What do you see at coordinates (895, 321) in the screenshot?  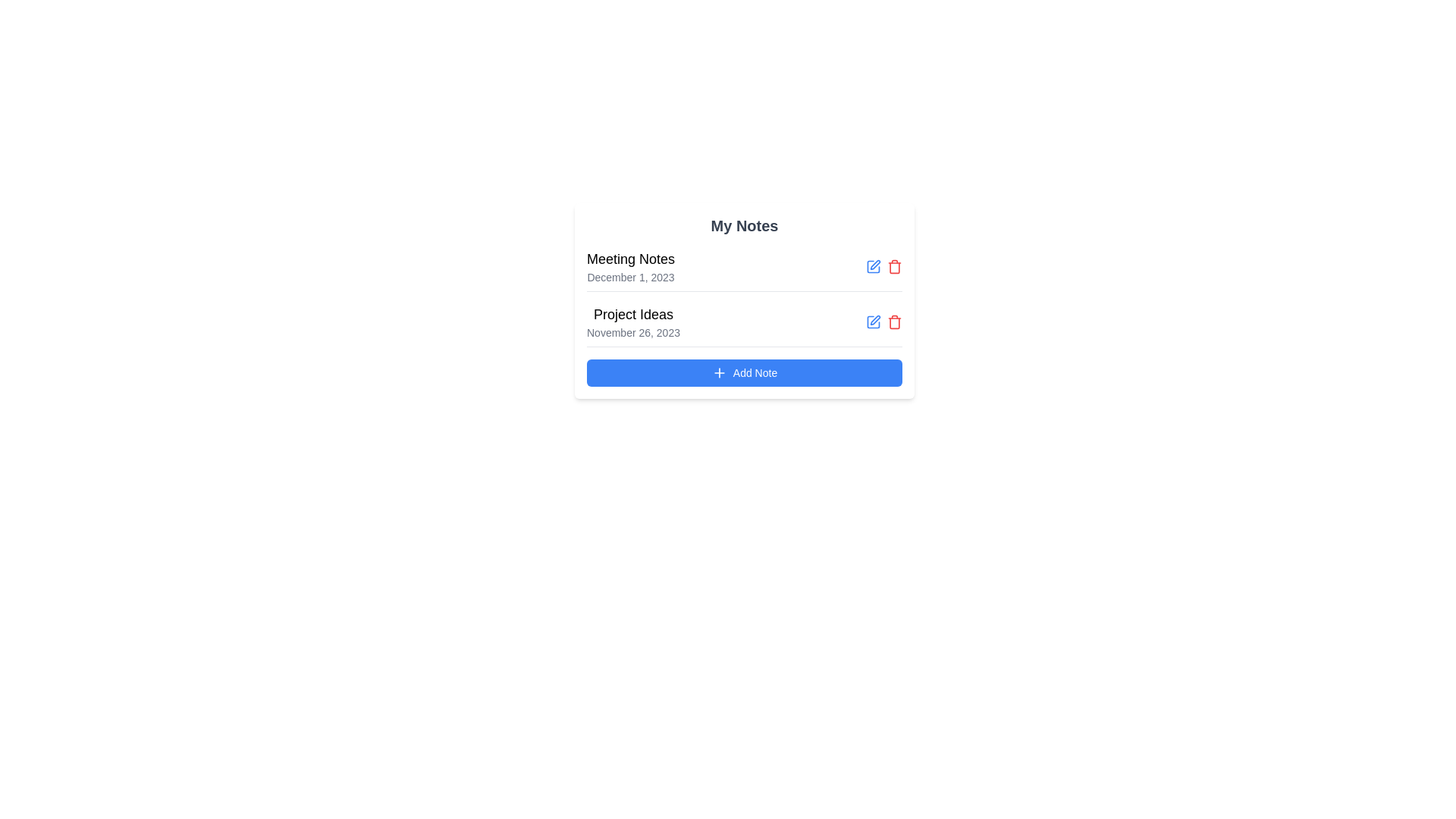 I see `the delete icon located directly to the right of the text 'Project Ideas' in the second row of the notes list` at bounding box center [895, 321].